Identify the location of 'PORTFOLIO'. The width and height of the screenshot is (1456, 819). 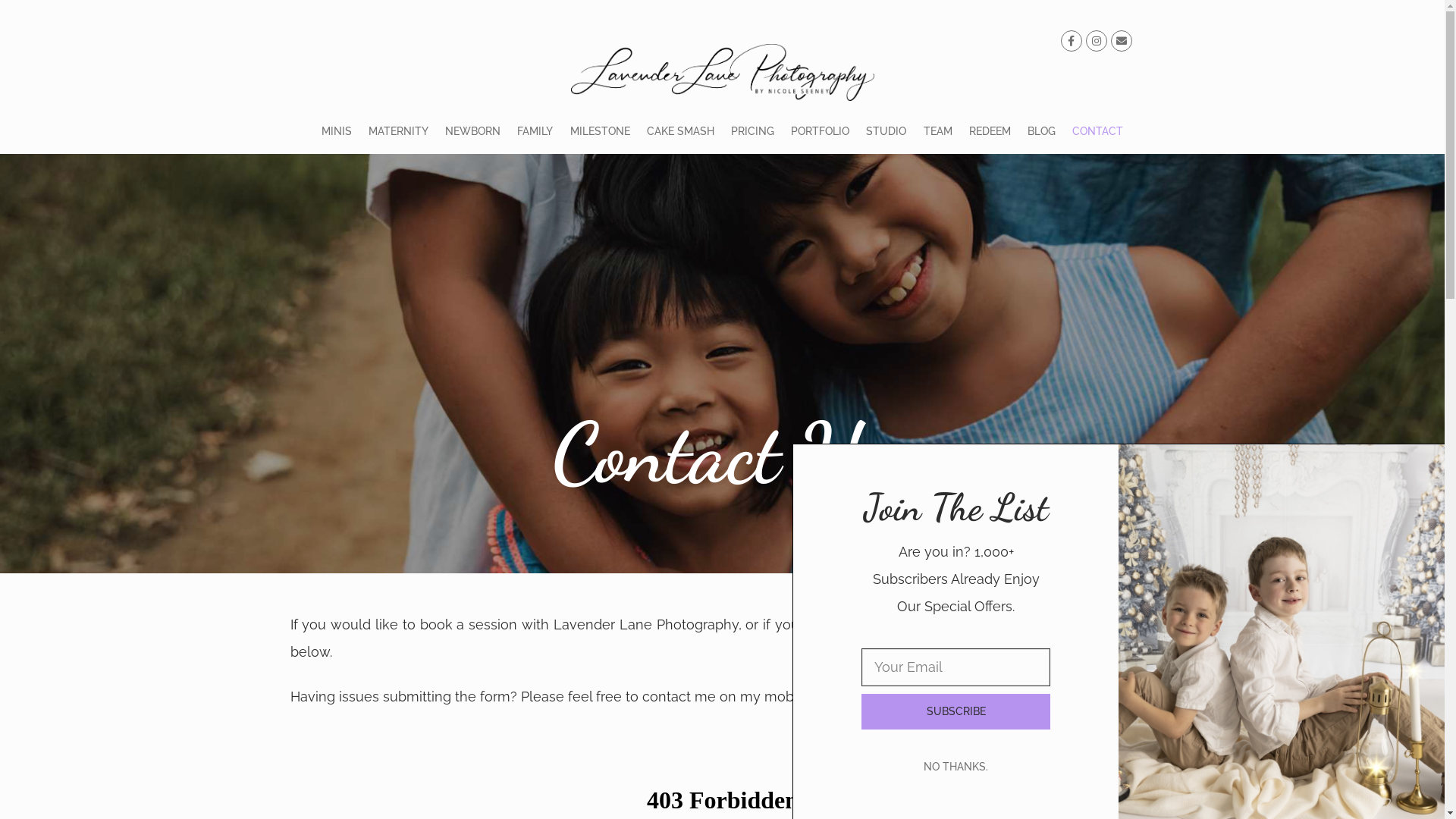
(819, 130).